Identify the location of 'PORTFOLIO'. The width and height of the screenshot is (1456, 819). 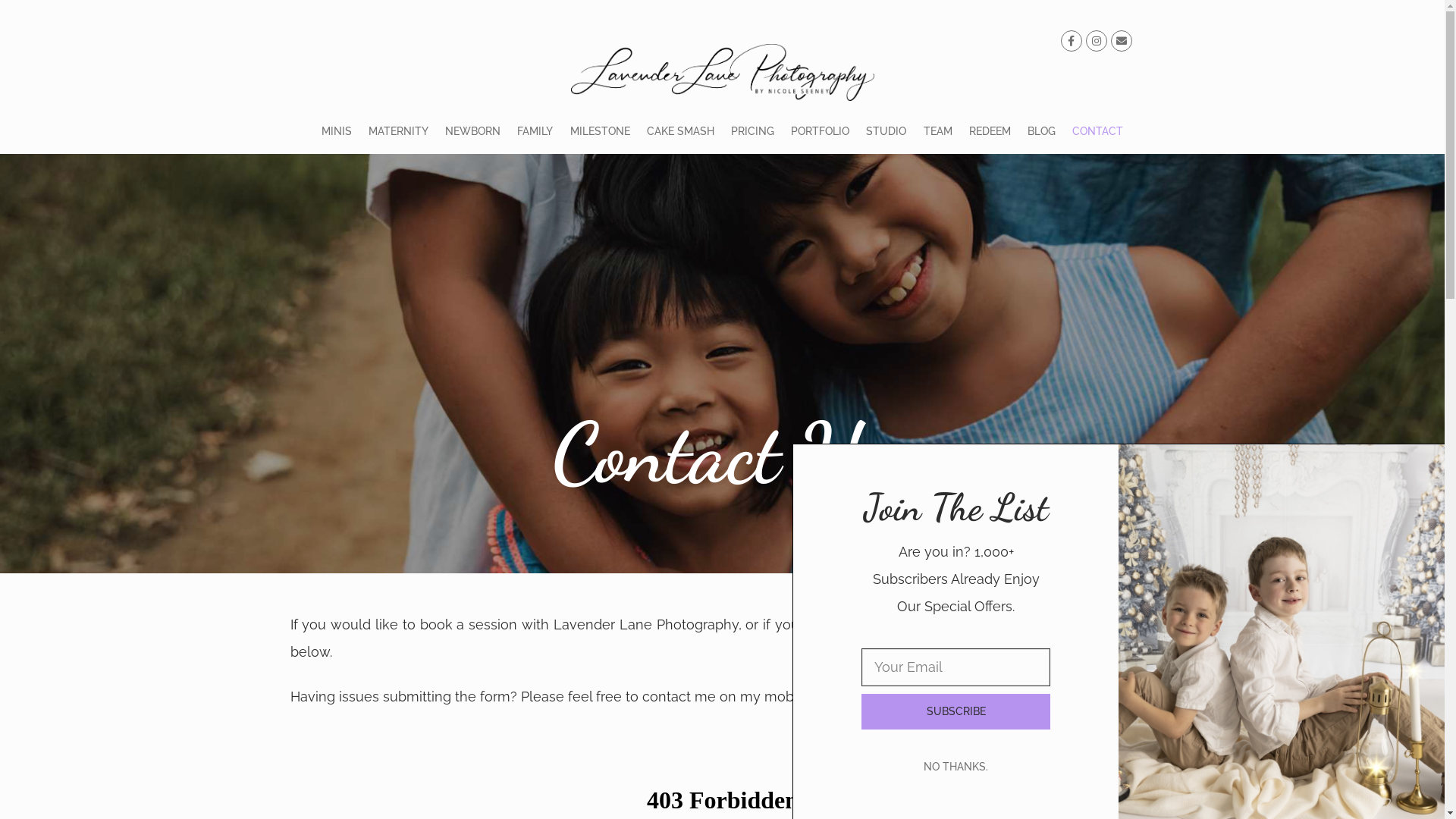
(819, 130).